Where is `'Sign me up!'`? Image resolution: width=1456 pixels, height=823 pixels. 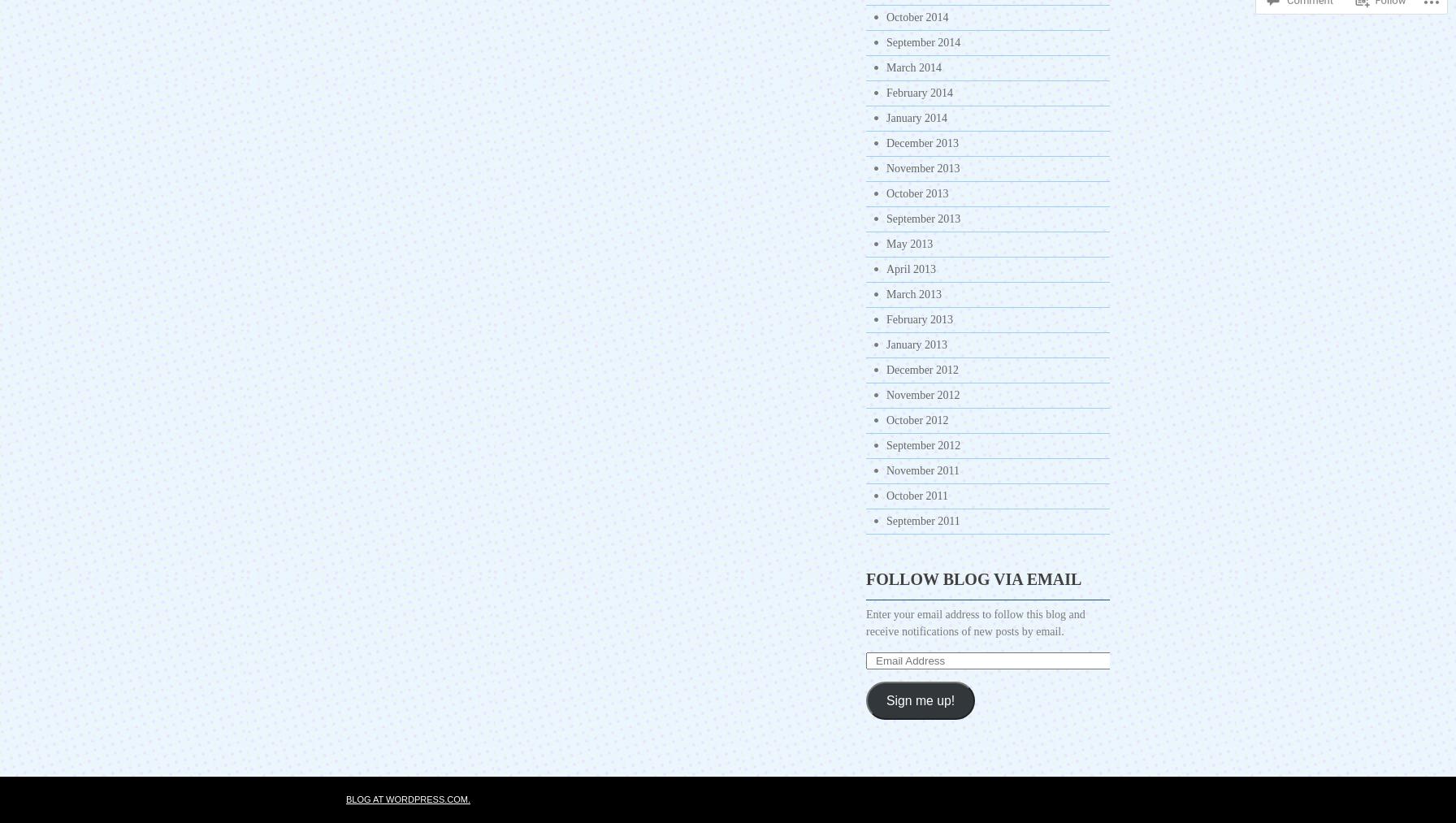 'Sign me up!' is located at coordinates (920, 699).